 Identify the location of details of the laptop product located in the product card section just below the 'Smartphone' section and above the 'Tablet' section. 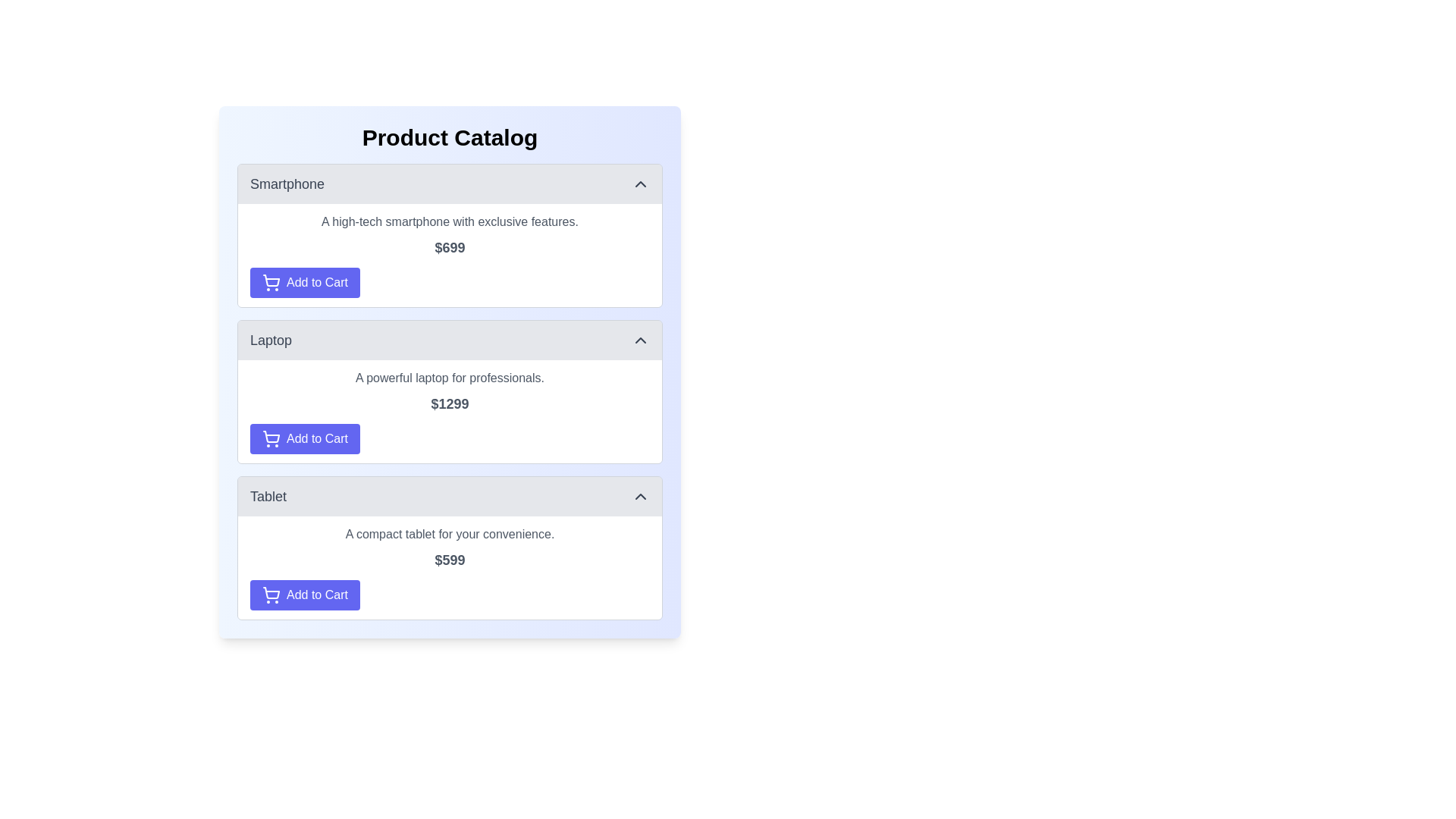
(449, 412).